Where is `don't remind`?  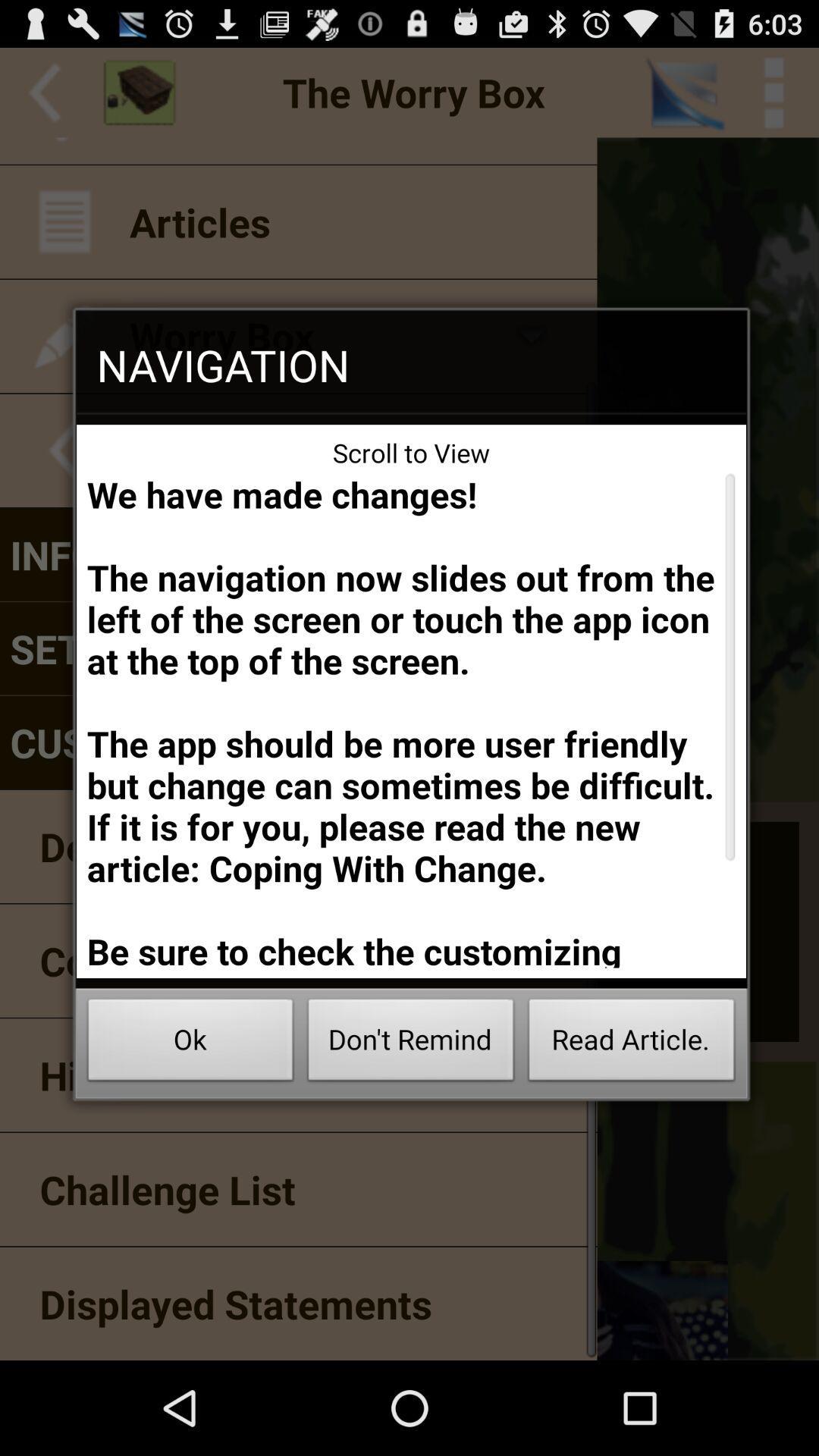
don't remind is located at coordinates (411, 1043).